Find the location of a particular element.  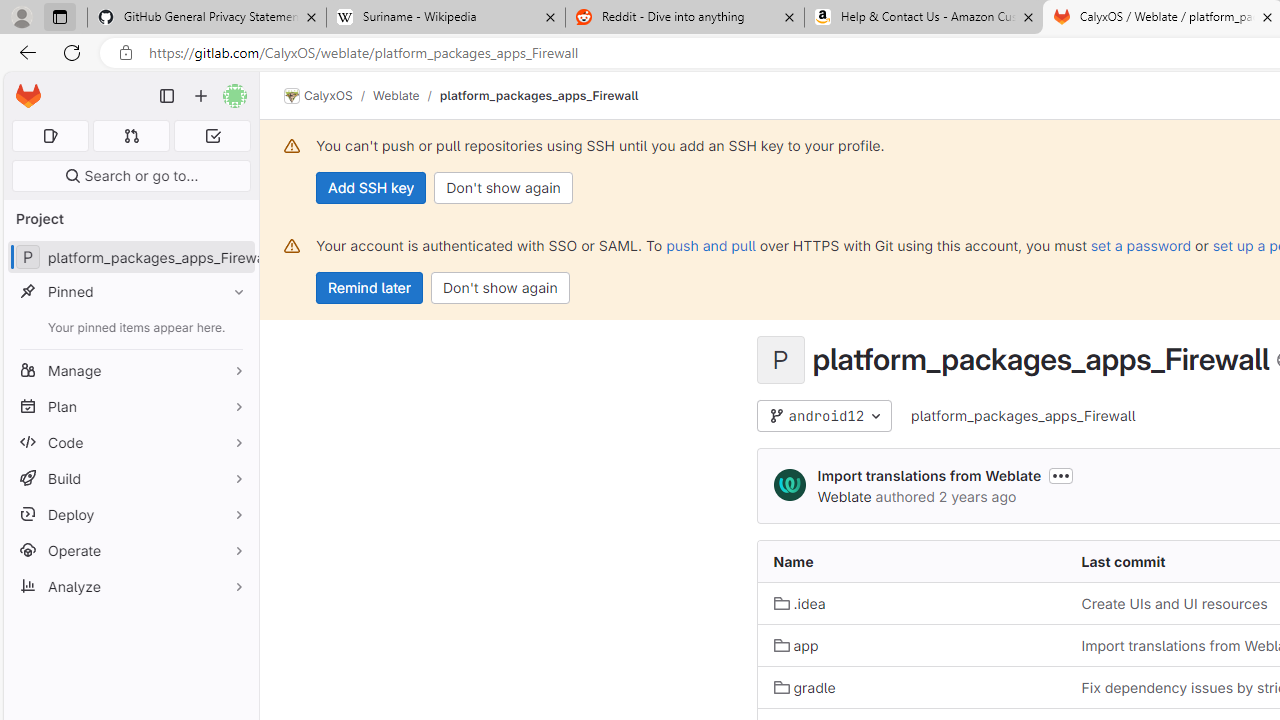

'Create UIs and UI resources' is located at coordinates (1175, 602).